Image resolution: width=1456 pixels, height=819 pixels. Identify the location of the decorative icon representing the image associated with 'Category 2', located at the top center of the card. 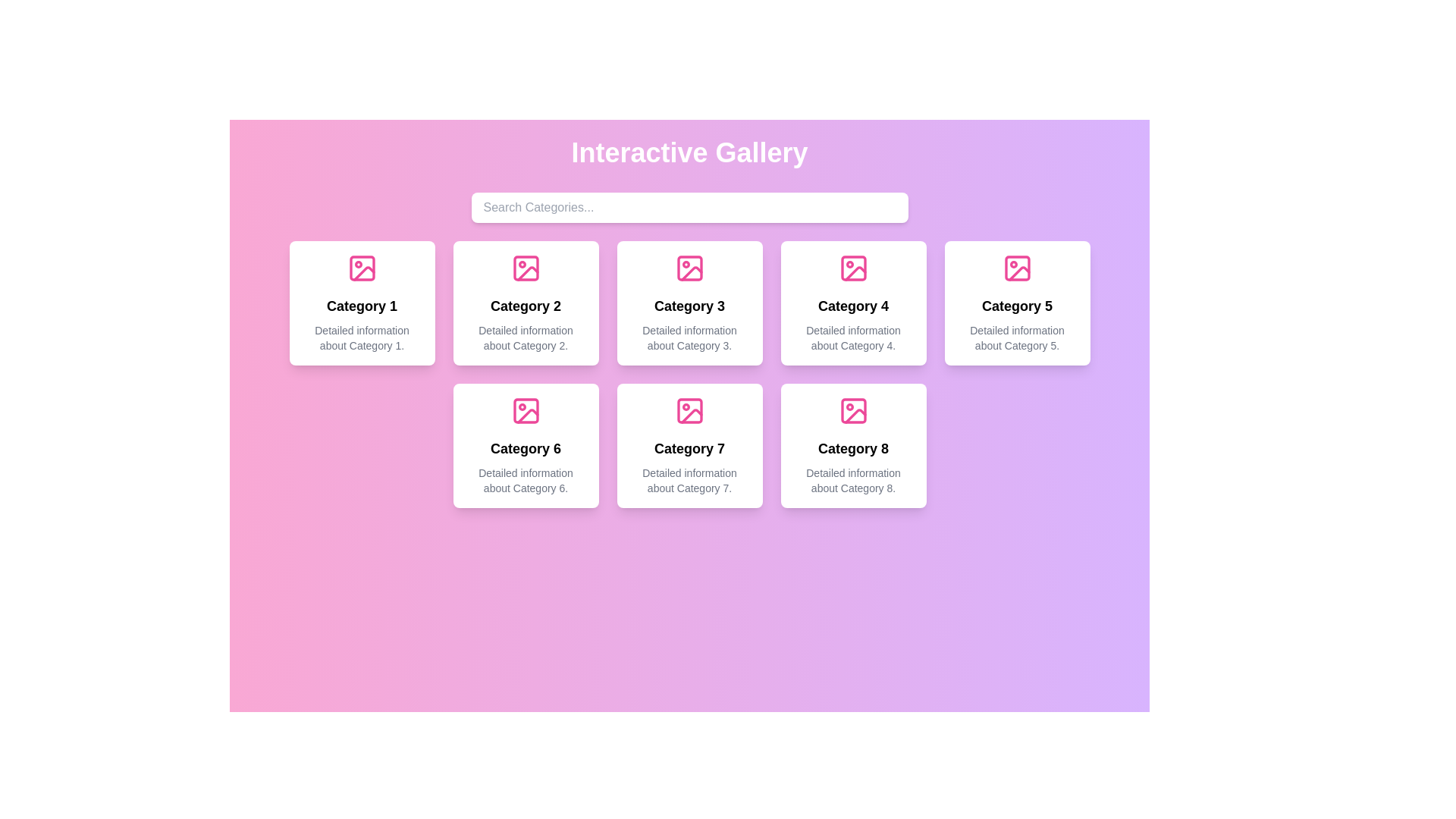
(526, 268).